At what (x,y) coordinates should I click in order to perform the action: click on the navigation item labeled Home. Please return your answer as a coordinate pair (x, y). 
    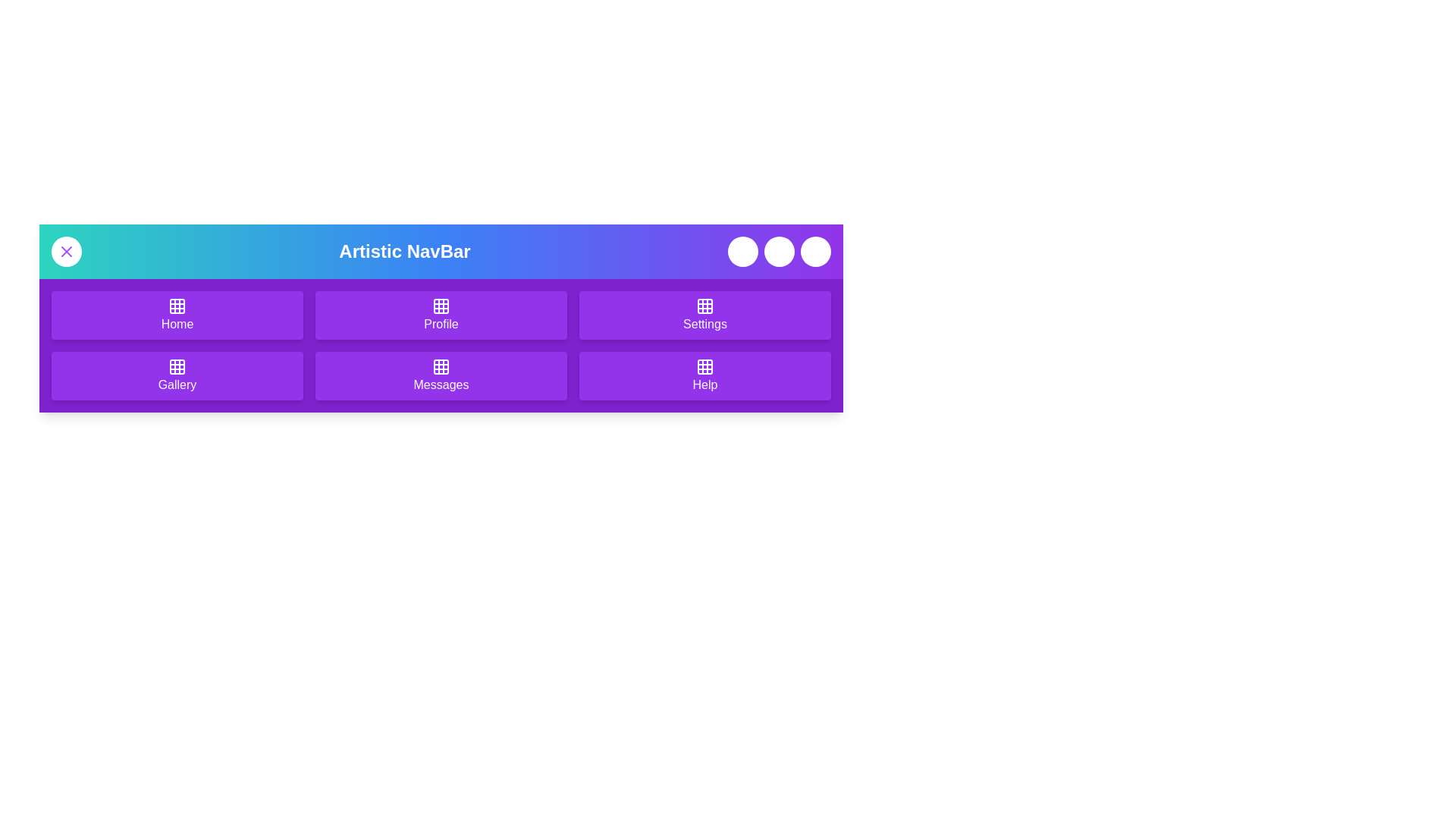
    Looking at the image, I should click on (177, 315).